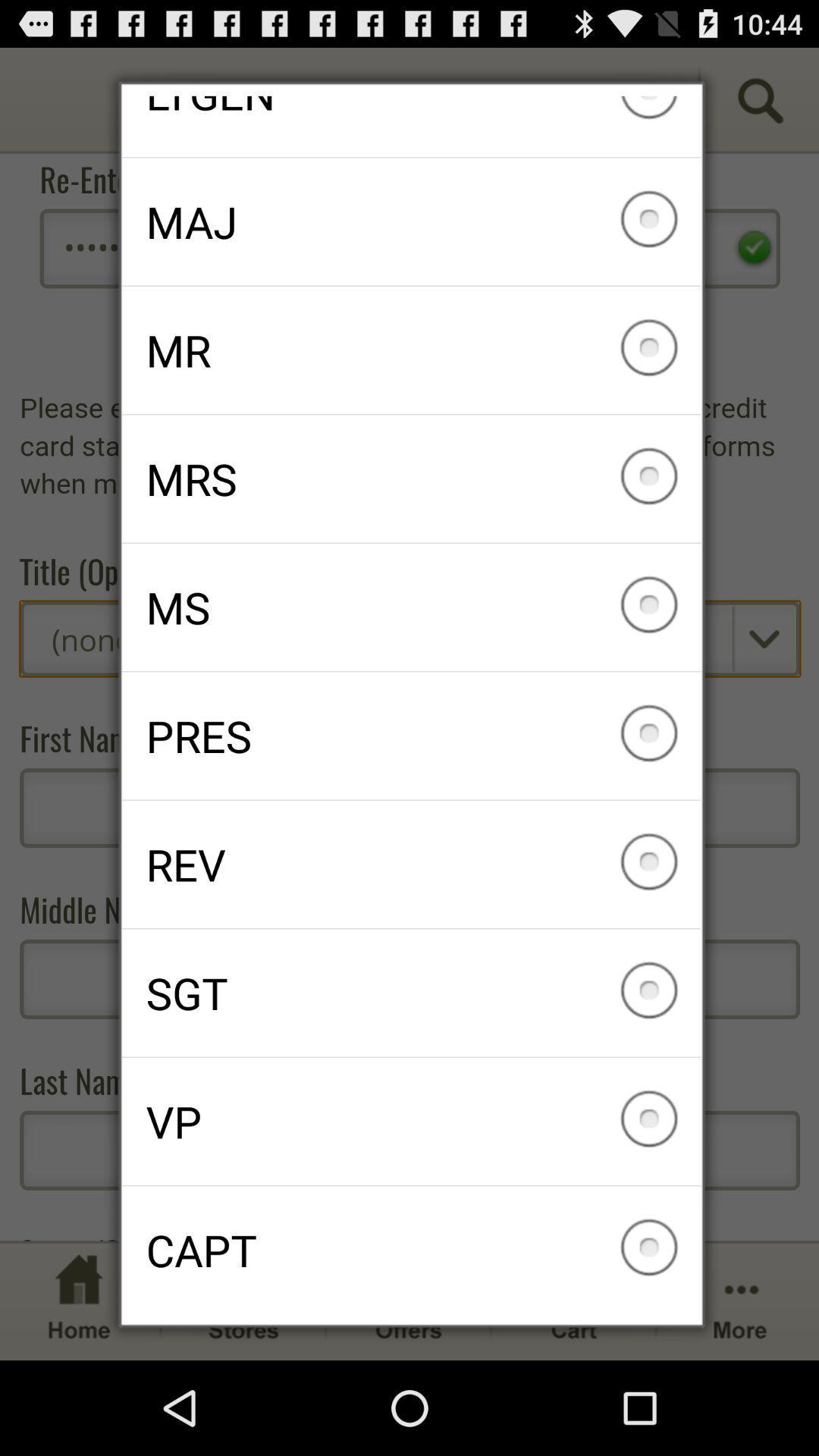 The height and width of the screenshot is (1456, 819). What do you see at coordinates (411, 864) in the screenshot?
I see `the icon above the sgt checkbox` at bounding box center [411, 864].